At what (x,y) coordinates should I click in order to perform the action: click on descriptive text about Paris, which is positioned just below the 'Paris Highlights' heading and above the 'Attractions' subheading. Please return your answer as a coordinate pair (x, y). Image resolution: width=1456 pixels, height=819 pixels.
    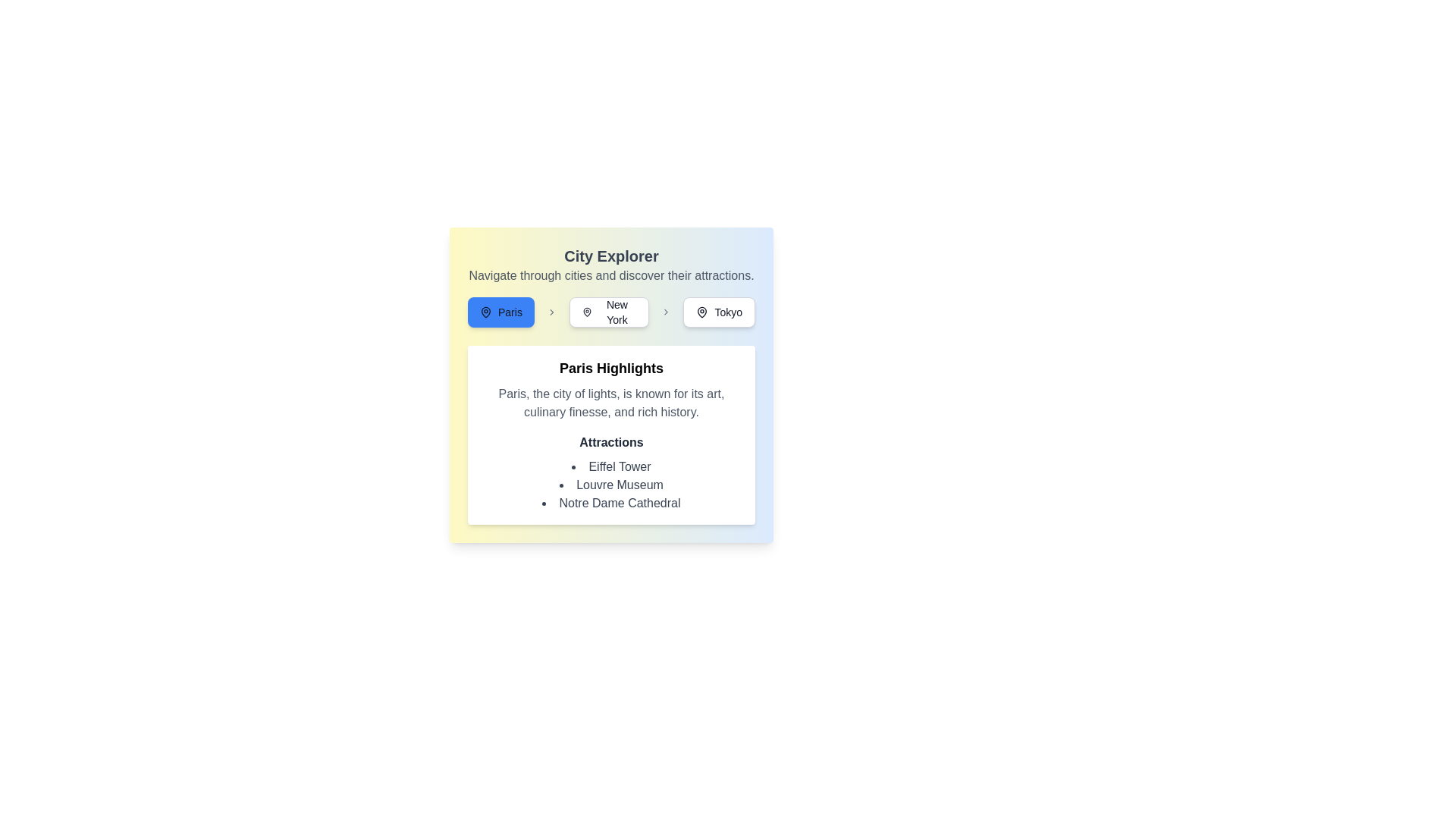
    Looking at the image, I should click on (611, 403).